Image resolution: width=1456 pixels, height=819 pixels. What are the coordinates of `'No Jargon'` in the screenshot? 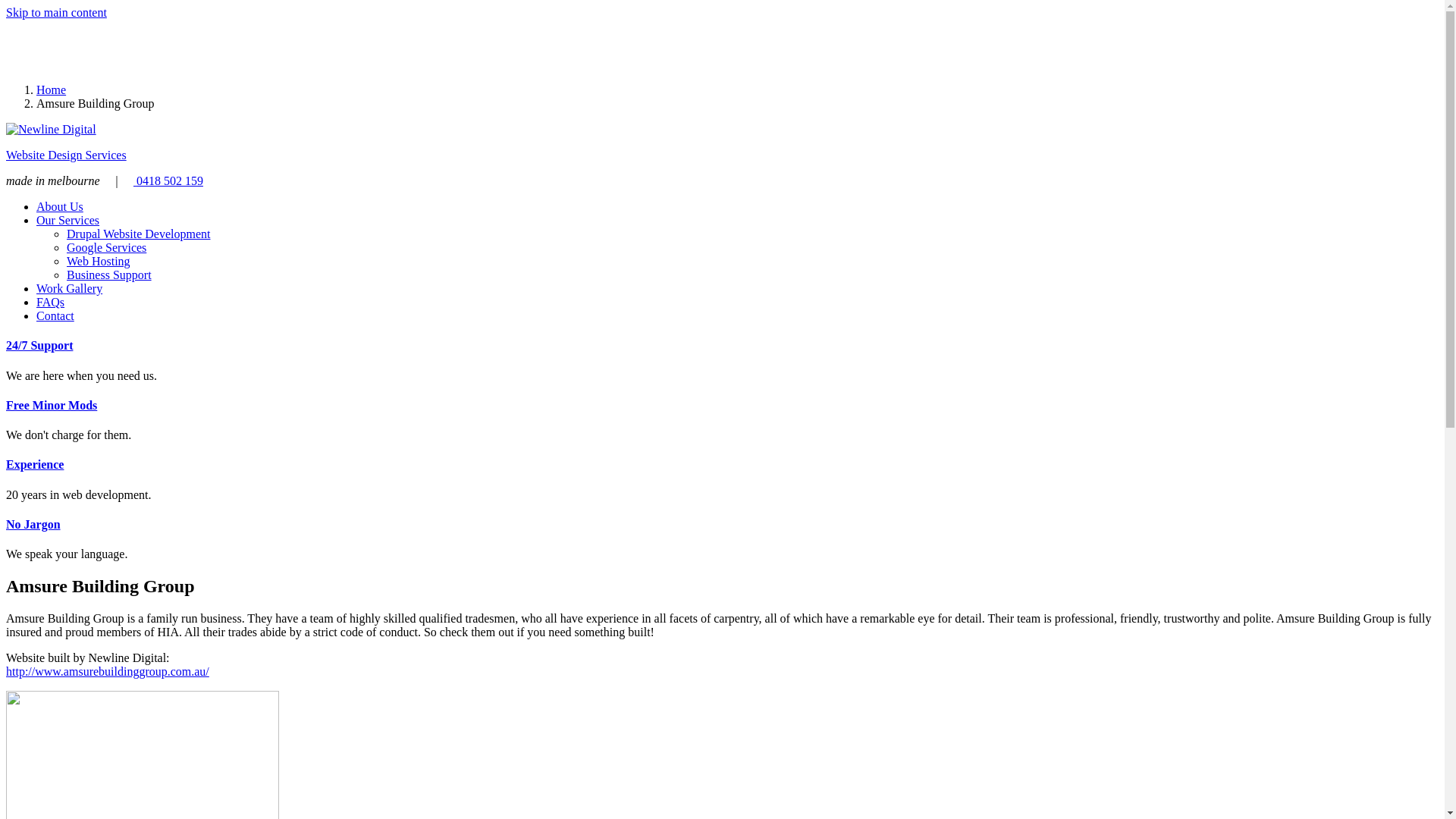 It's located at (6, 523).